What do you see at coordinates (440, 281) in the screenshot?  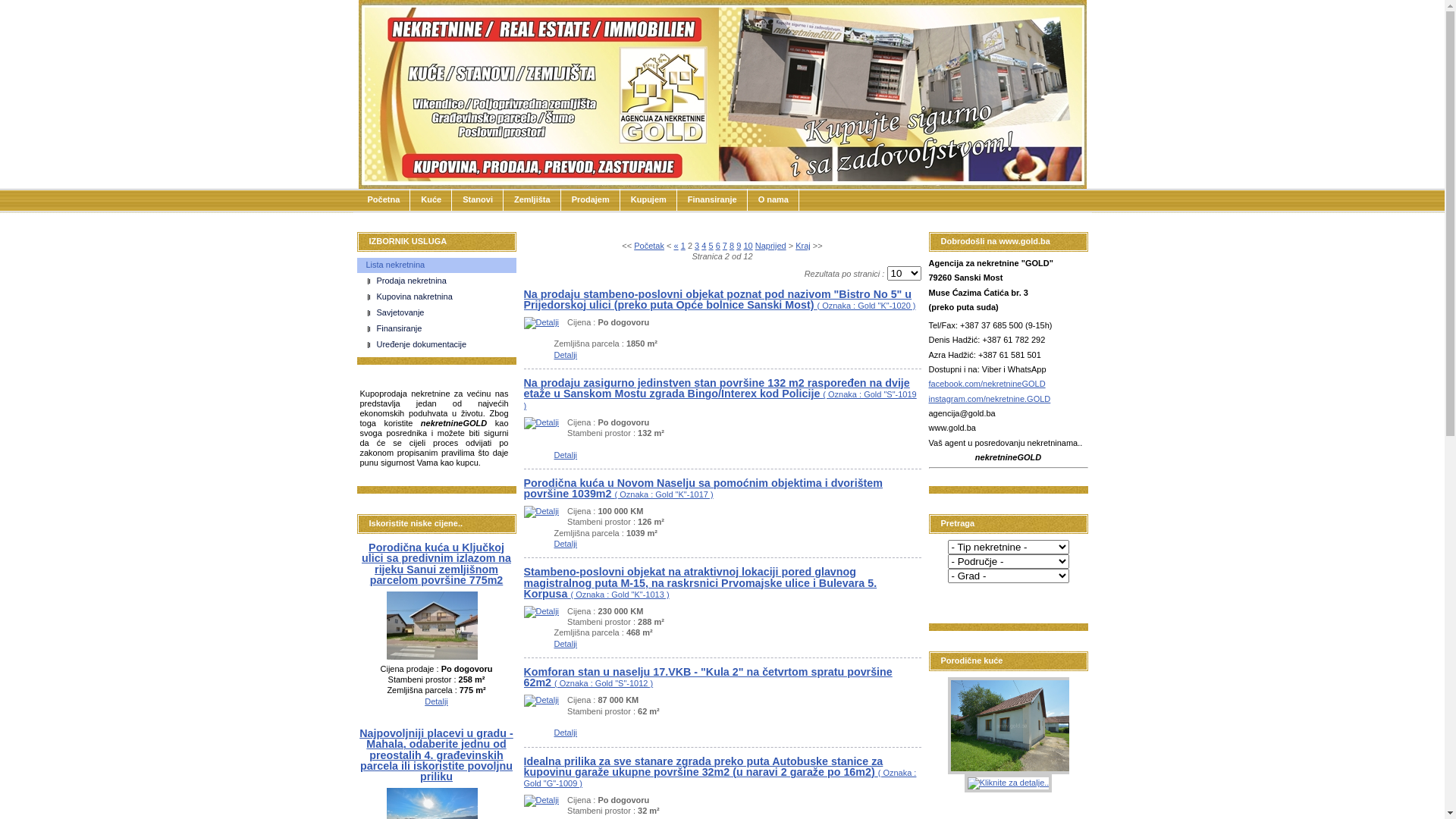 I see `'Prodaja nekretnina'` at bounding box center [440, 281].